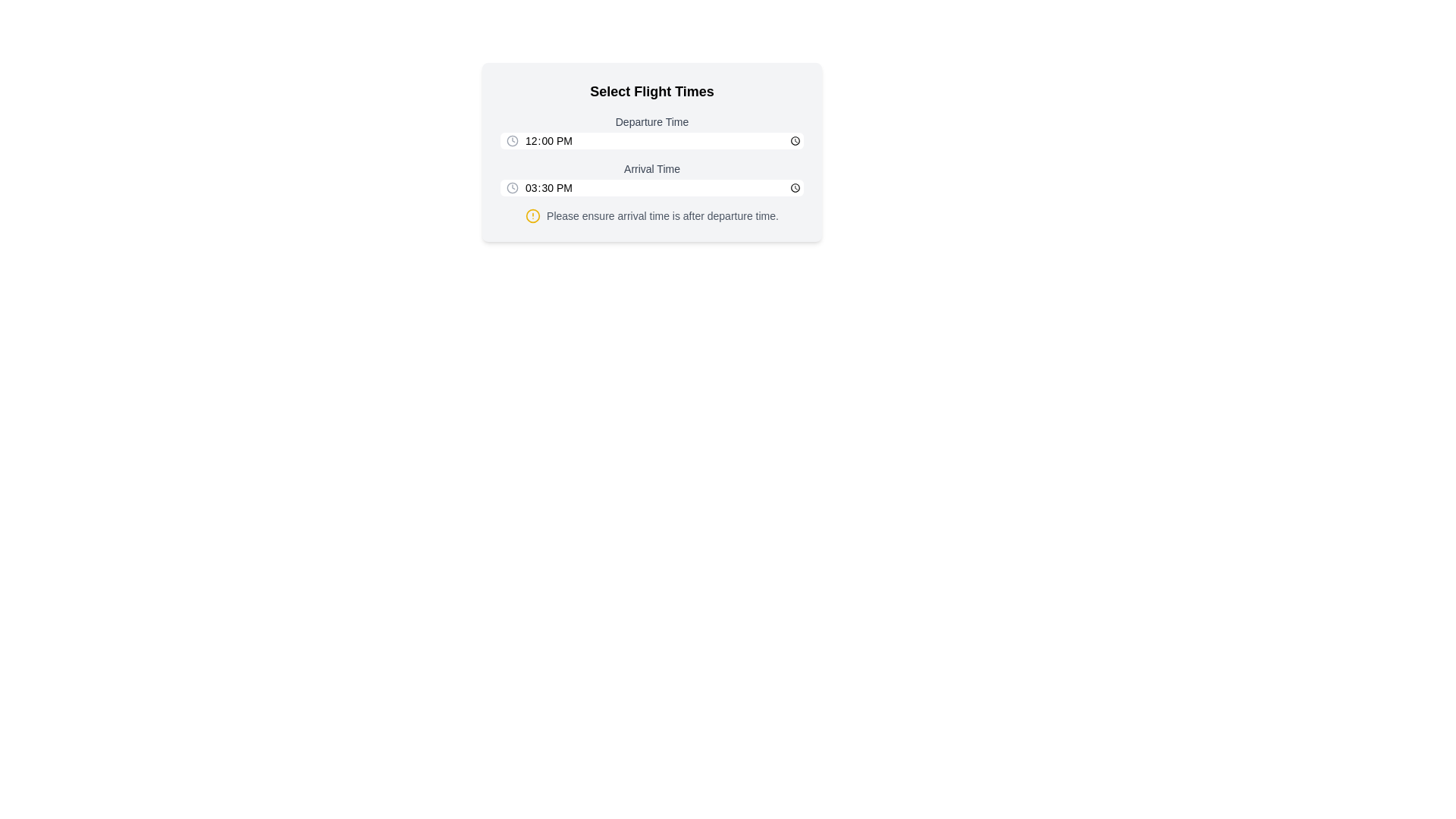 The width and height of the screenshot is (1456, 819). Describe the element at coordinates (513, 140) in the screenshot. I see `the SVG circle element representing a clock icon, which is located to the left of the 'Arrival Time' label within the modal` at that location.